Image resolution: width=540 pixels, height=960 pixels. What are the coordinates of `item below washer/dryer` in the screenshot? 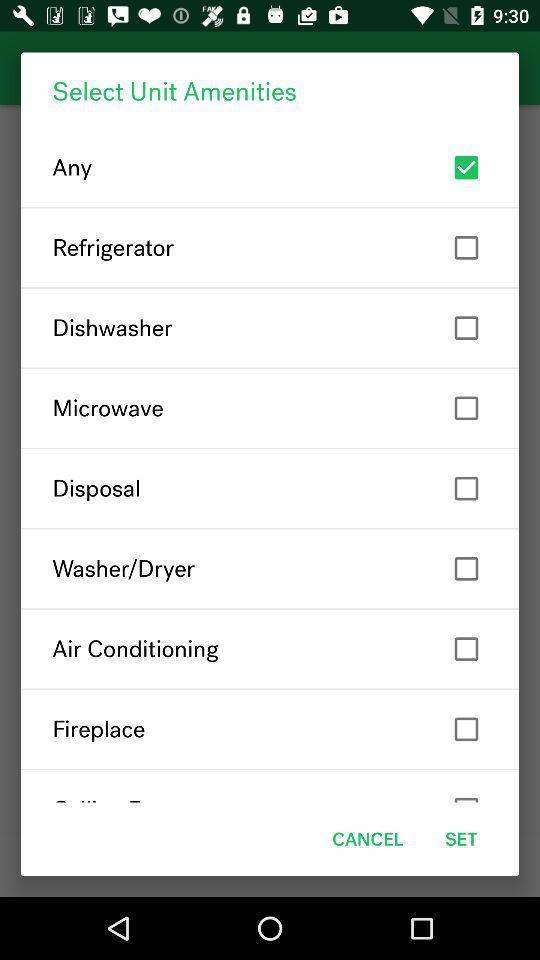 It's located at (270, 648).